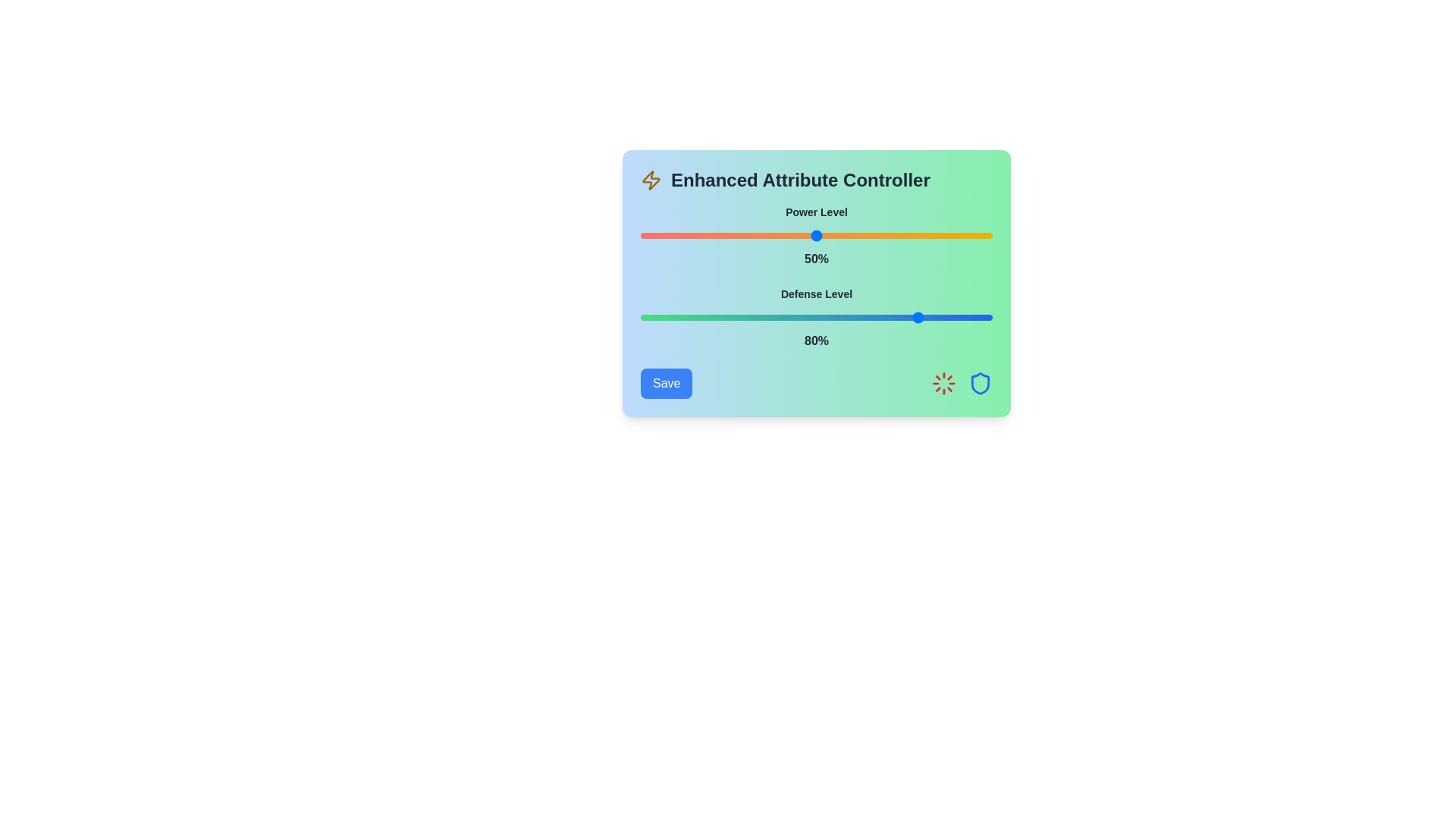  What do you see at coordinates (696, 317) in the screenshot?
I see `the Defense Level slider to 16%` at bounding box center [696, 317].